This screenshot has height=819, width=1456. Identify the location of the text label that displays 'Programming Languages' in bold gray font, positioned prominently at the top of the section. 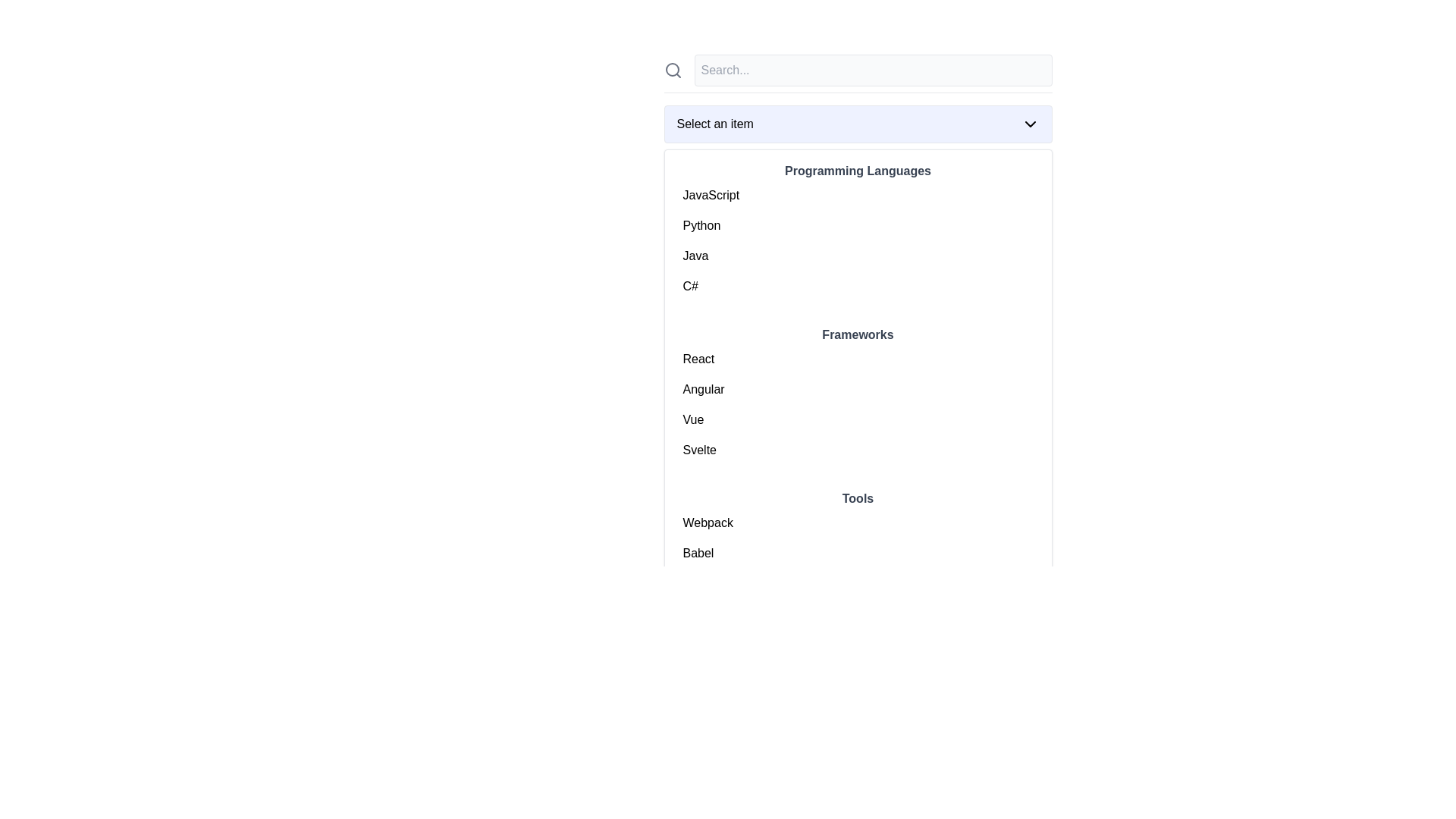
(858, 171).